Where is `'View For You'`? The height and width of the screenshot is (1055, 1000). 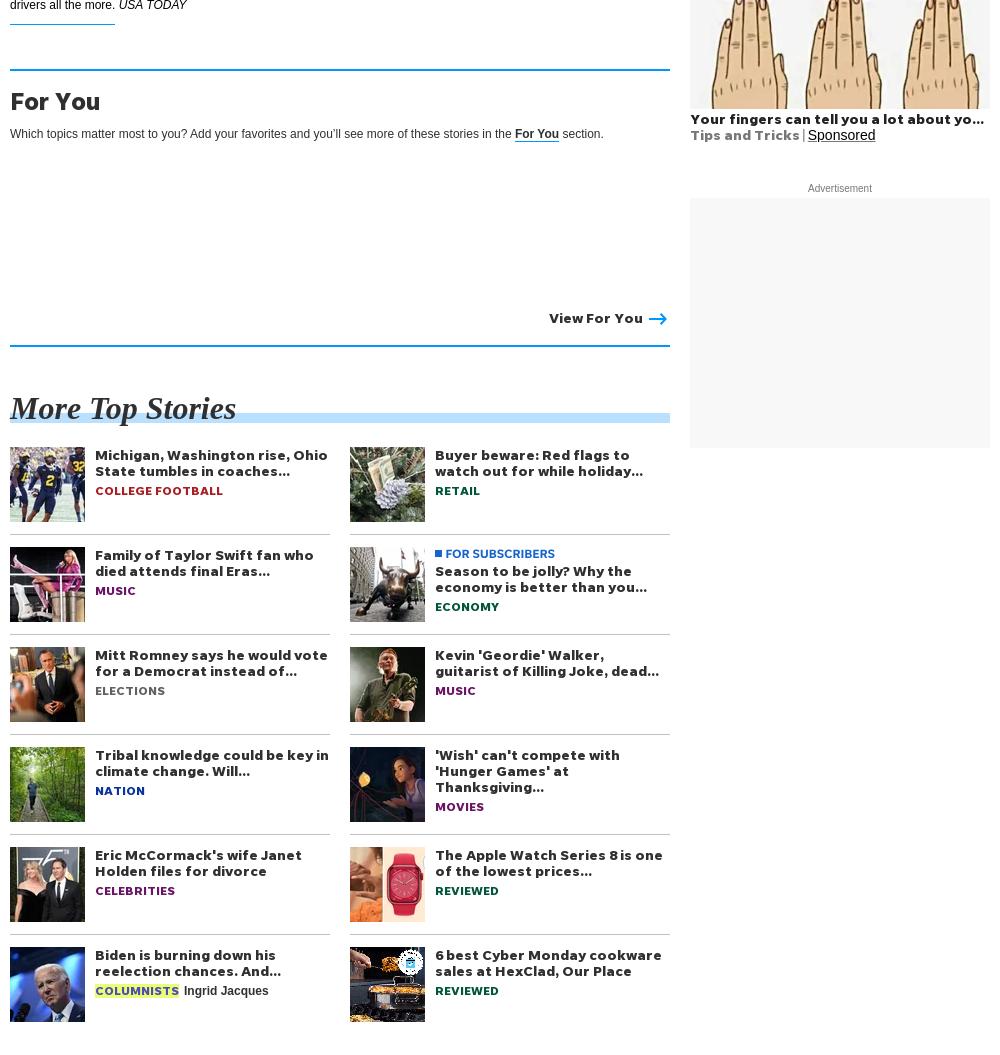 'View For You' is located at coordinates (595, 316).